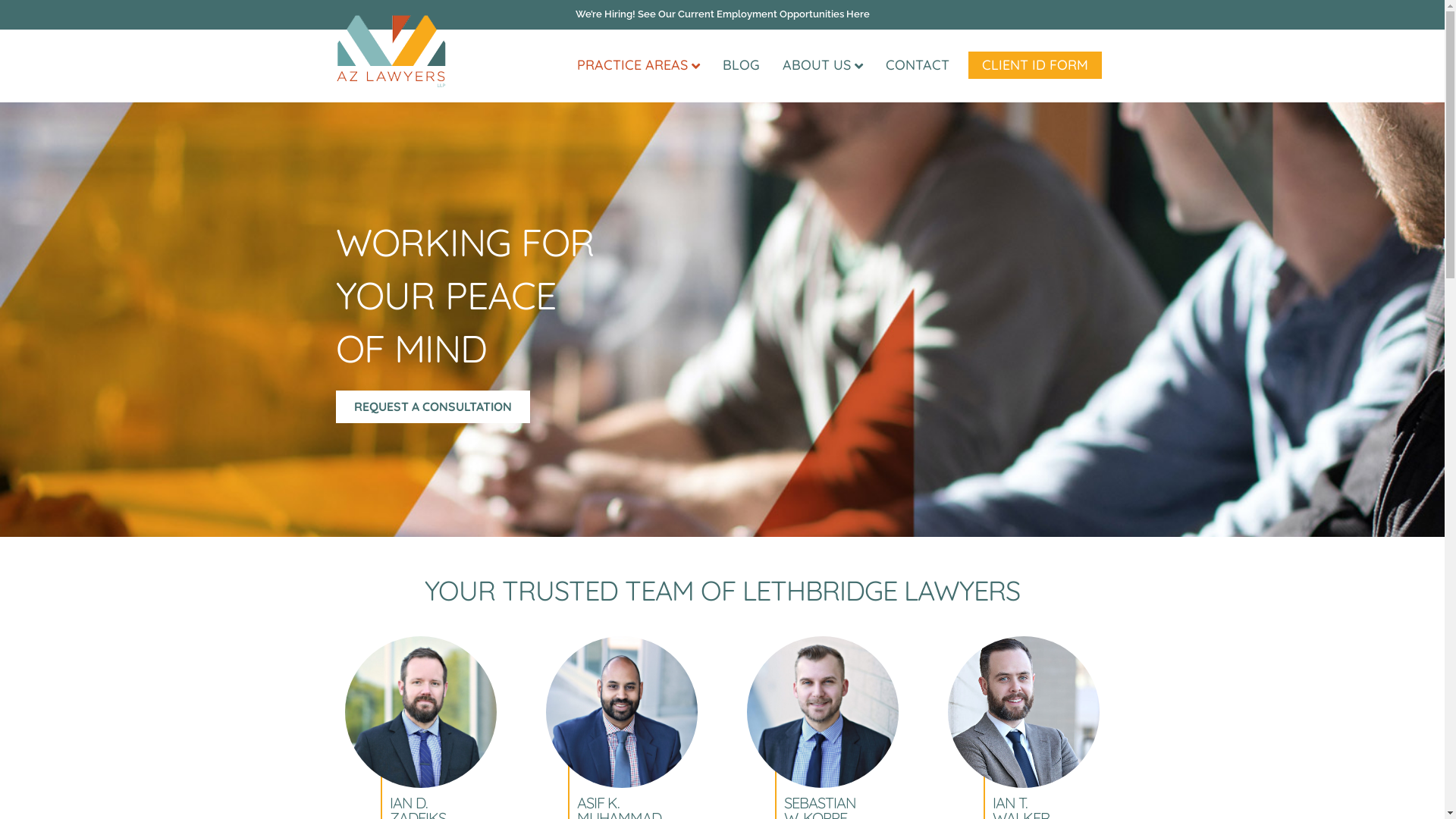 This screenshot has width=1456, height=819. What do you see at coordinates (431, 406) in the screenshot?
I see `'REQUEST A CONSULTATION'` at bounding box center [431, 406].